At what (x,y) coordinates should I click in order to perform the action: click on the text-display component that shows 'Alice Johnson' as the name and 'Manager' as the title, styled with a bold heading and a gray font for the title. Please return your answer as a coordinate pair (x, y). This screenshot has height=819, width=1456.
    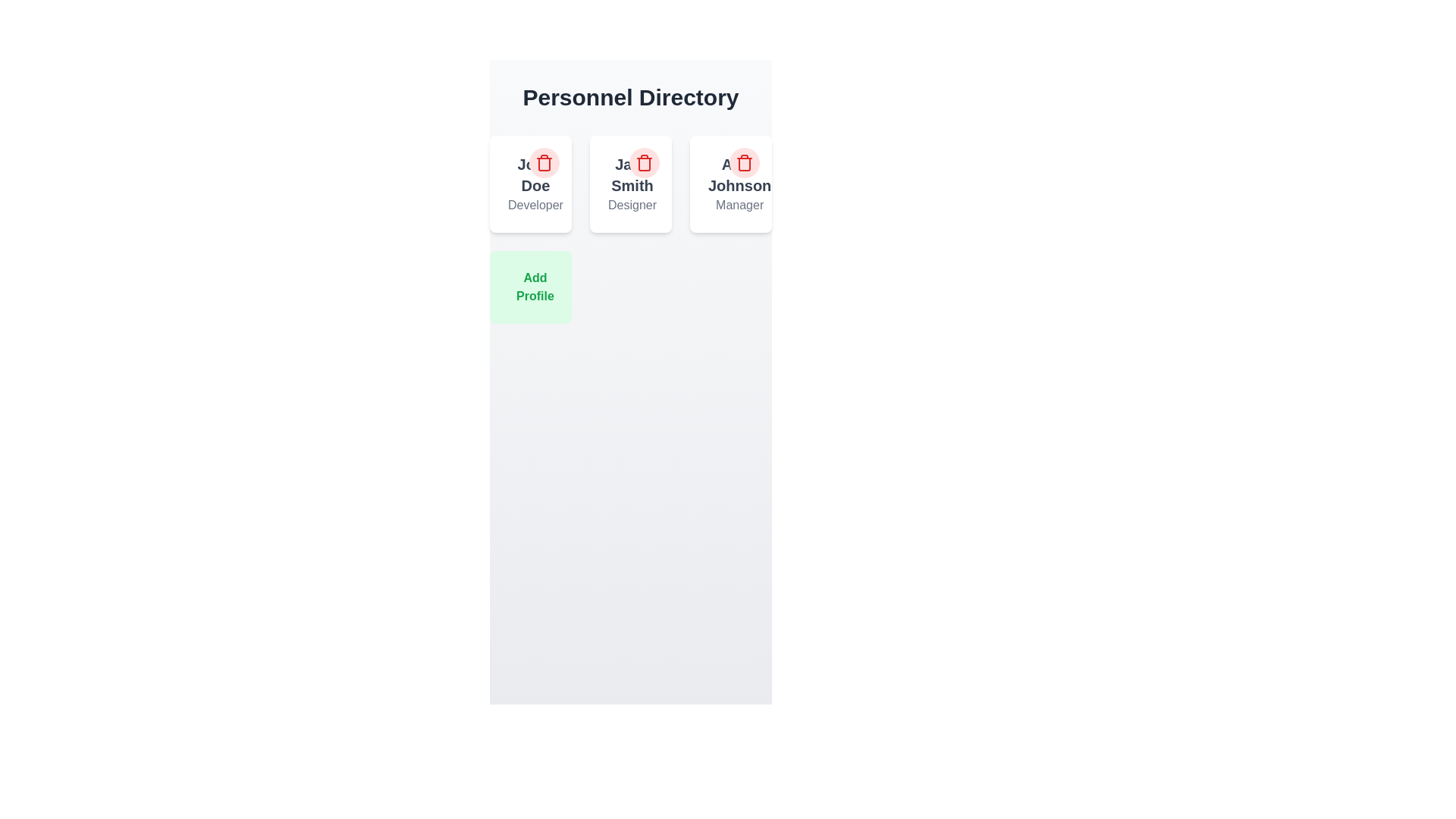
    Looking at the image, I should click on (731, 184).